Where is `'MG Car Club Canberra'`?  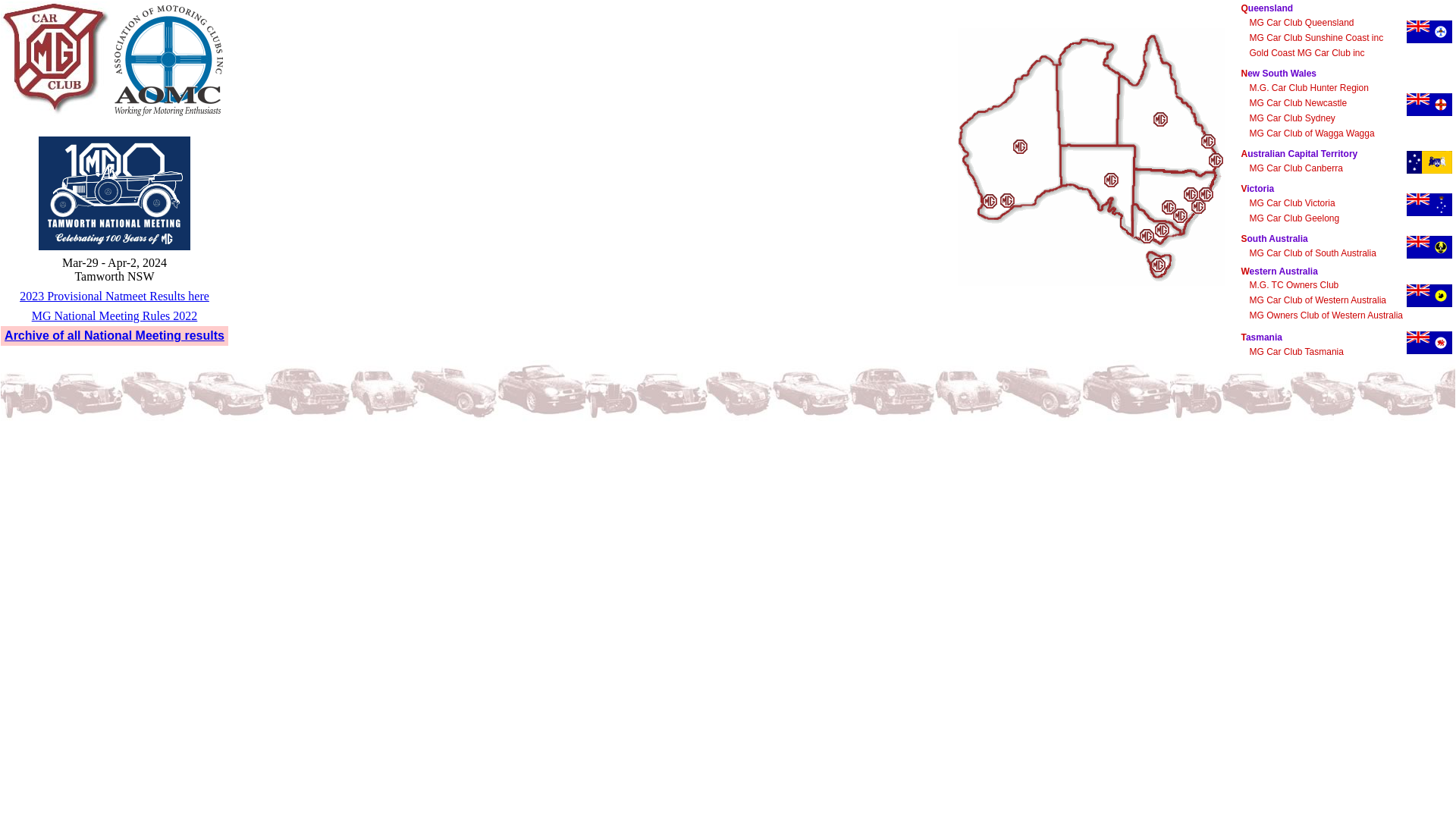 'MG Car Club Canberra' is located at coordinates (1294, 168).